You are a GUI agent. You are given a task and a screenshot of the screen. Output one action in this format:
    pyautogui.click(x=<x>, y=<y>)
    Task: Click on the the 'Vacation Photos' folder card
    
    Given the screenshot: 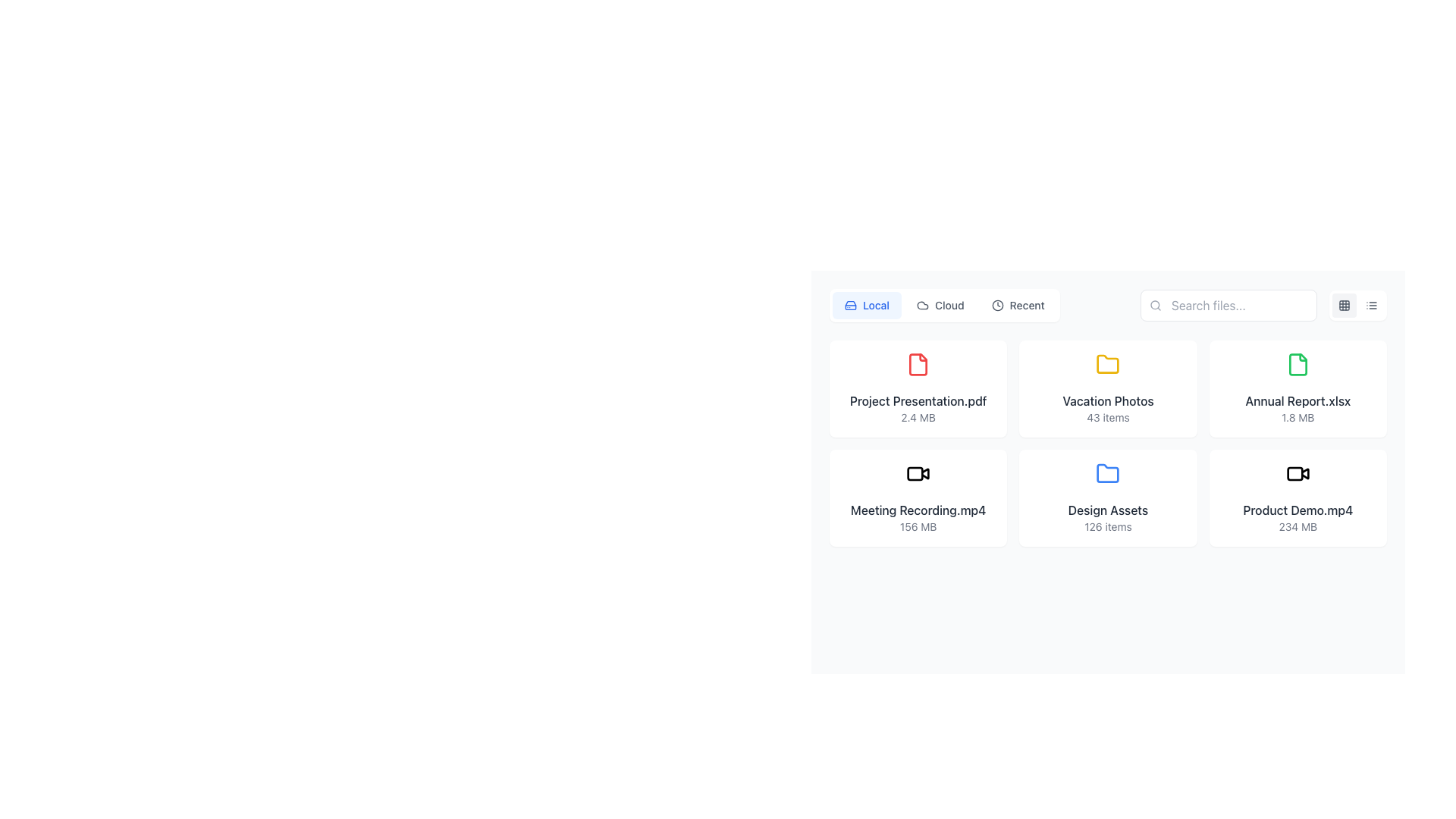 What is the action you would take?
    pyautogui.click(x=1108, y=388)
    